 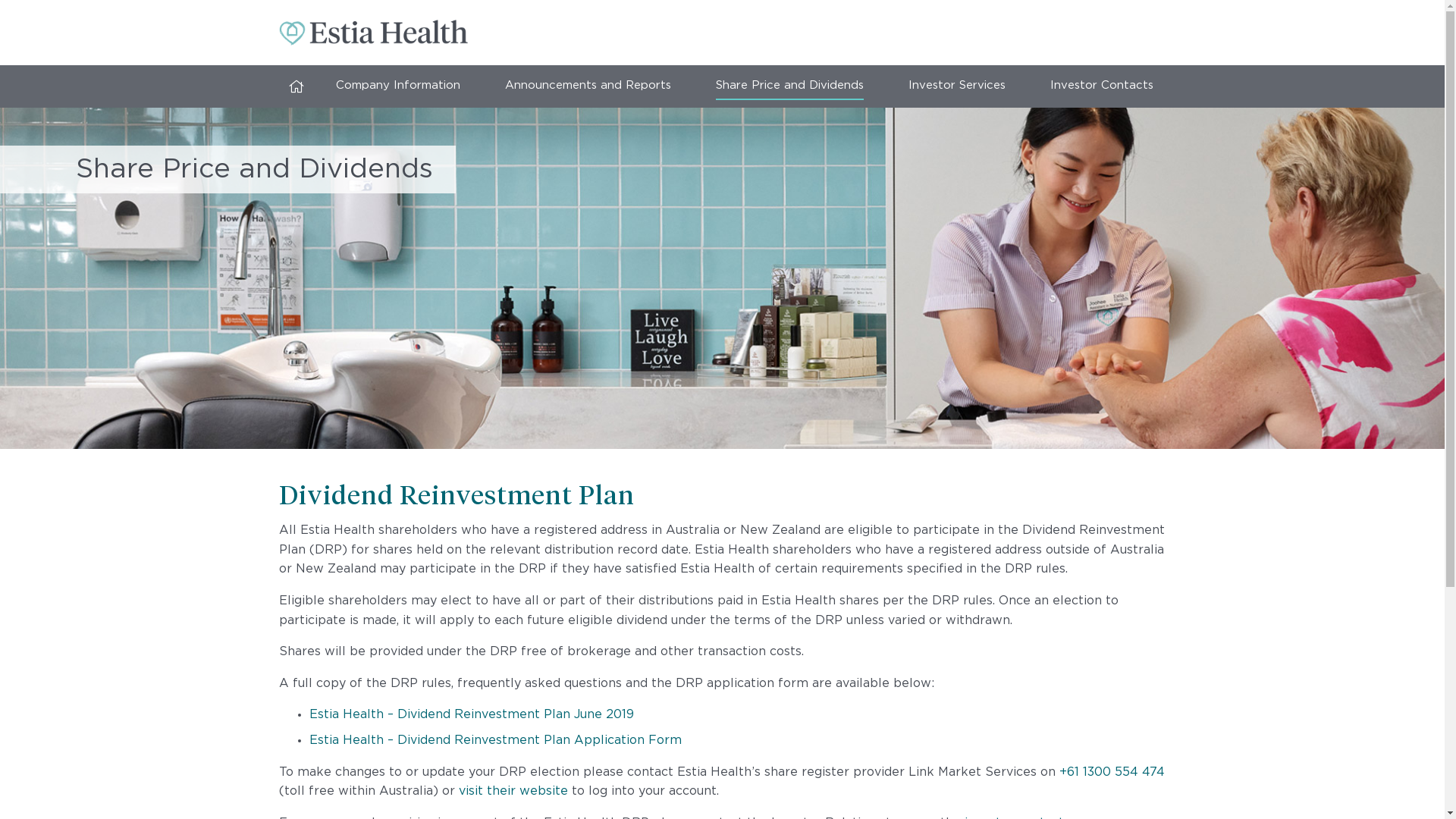 I want to click on 'Announcements and Reports', so click(x=587, y=86).